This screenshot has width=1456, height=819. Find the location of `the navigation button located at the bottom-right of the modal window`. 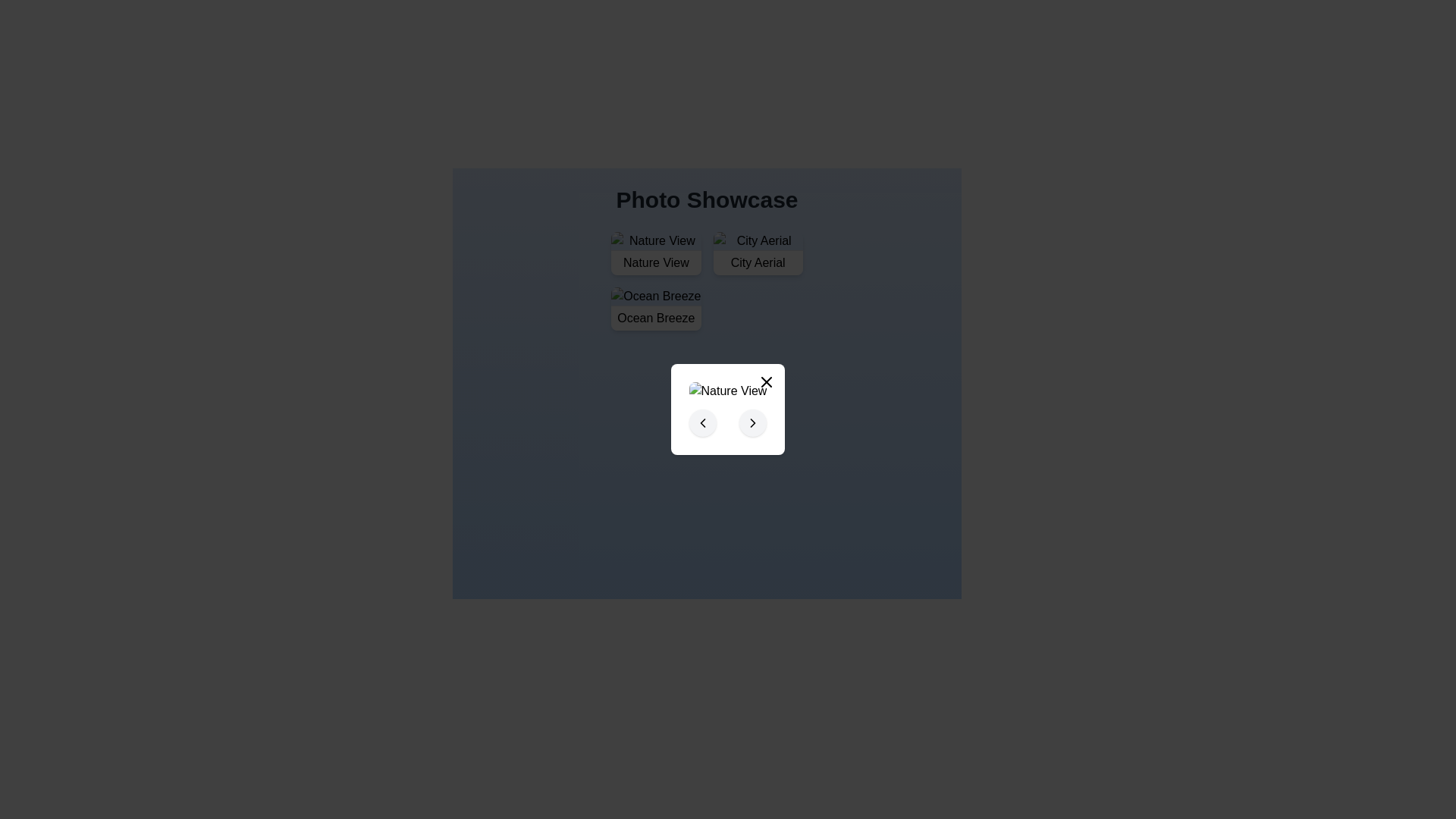

the navigation button located at the bottom-right of the modal window is located at coordinates (753, 423).